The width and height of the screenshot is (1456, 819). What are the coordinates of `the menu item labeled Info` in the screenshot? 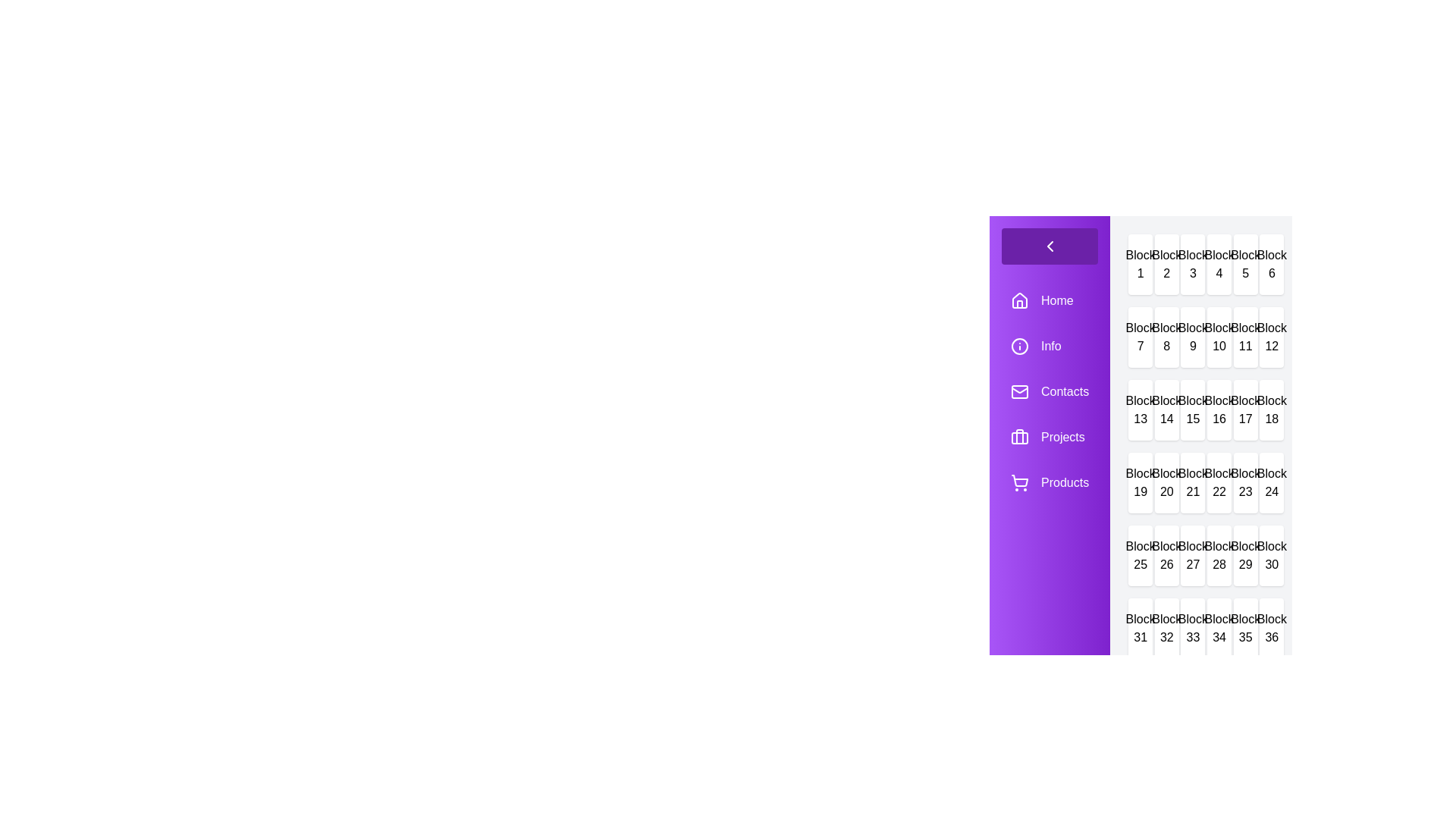 It's located at (1049, 346).